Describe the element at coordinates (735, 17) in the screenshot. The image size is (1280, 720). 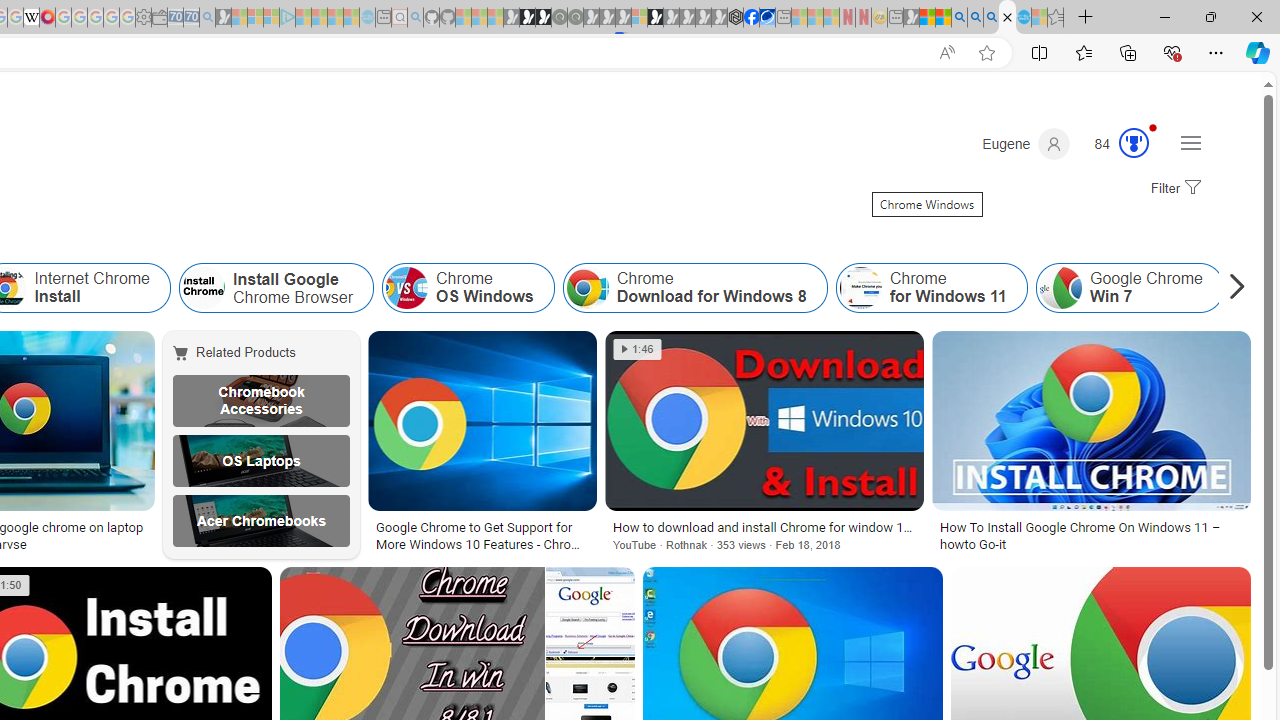
I see `'Nordace - Cooler Bags'` at that location.